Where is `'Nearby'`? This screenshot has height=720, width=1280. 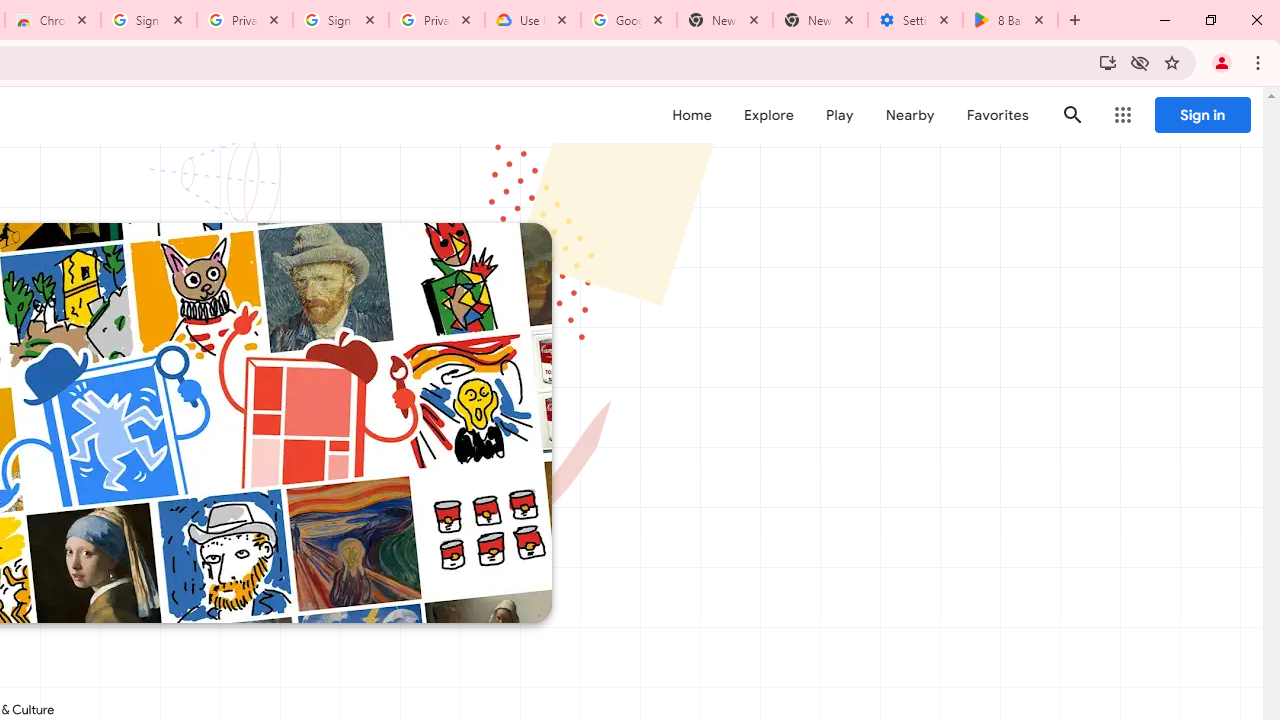
'Nearby' is located at coordinates (909, 115).